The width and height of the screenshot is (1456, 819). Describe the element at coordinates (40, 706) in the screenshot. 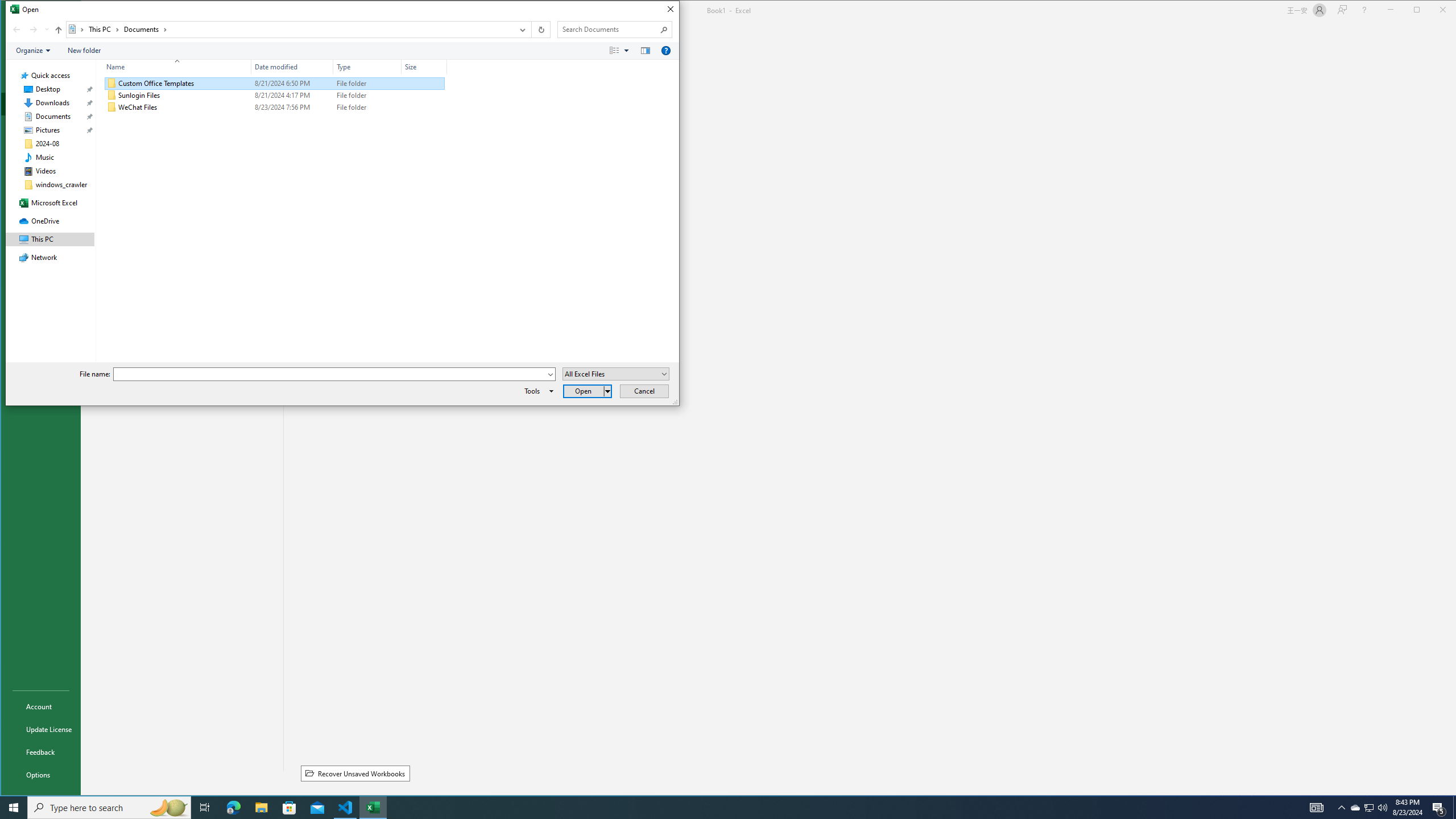

I see `'Account'` at that location.